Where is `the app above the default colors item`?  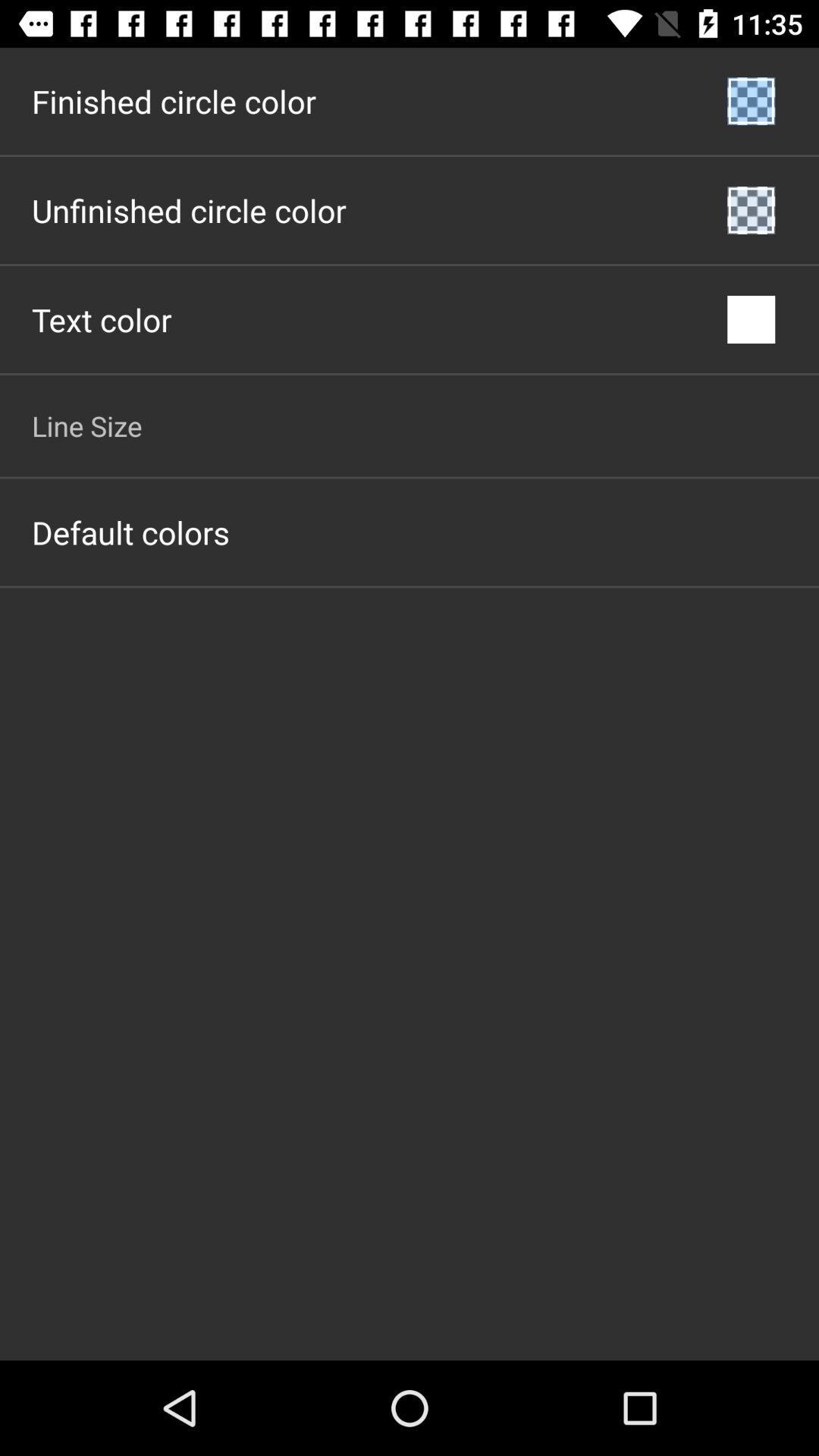 the app above the default colors item is located at coordinates (86, 425).